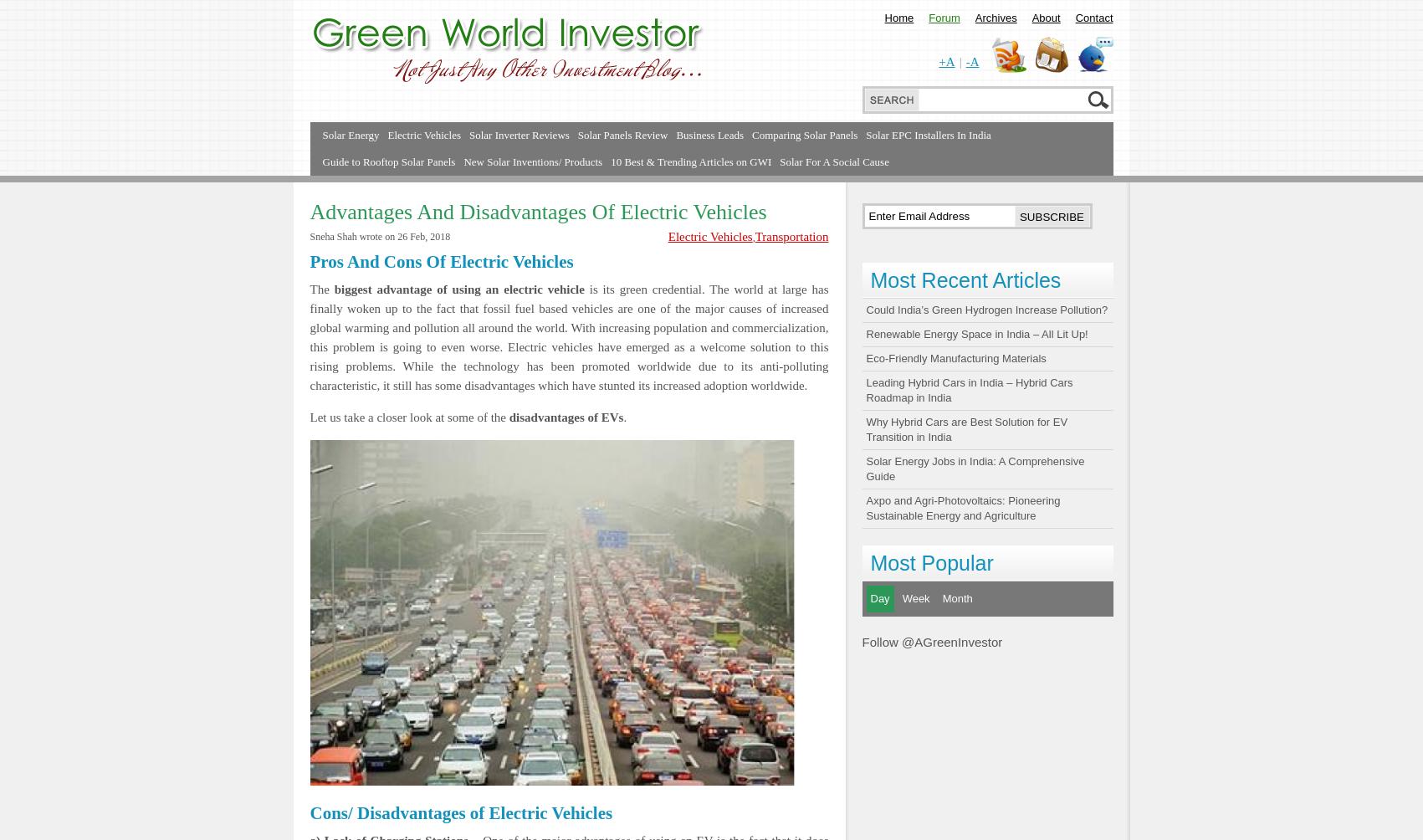  What do you see at coordinates (861, 642) in the screenshot?
I see `'Follow @AGreenInvestor'` at bounding box center [861, 642].